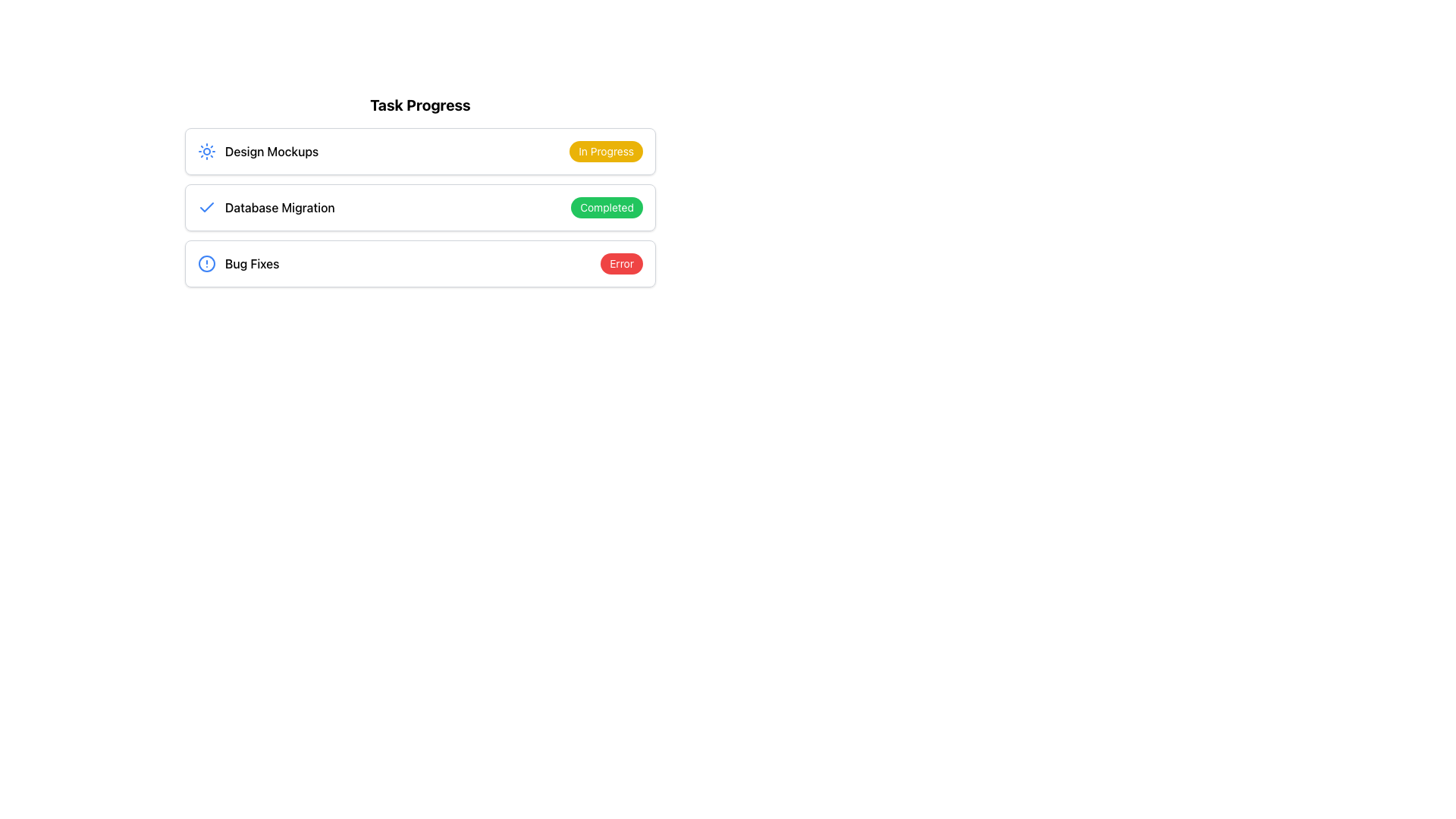 The image size is (1456, 819). Describe the element at coordinates (420, 104) in the screenshot. I see `the text label that reads 'Task Progress', which is styled with bold text and positioned above a list of task items` at that location.